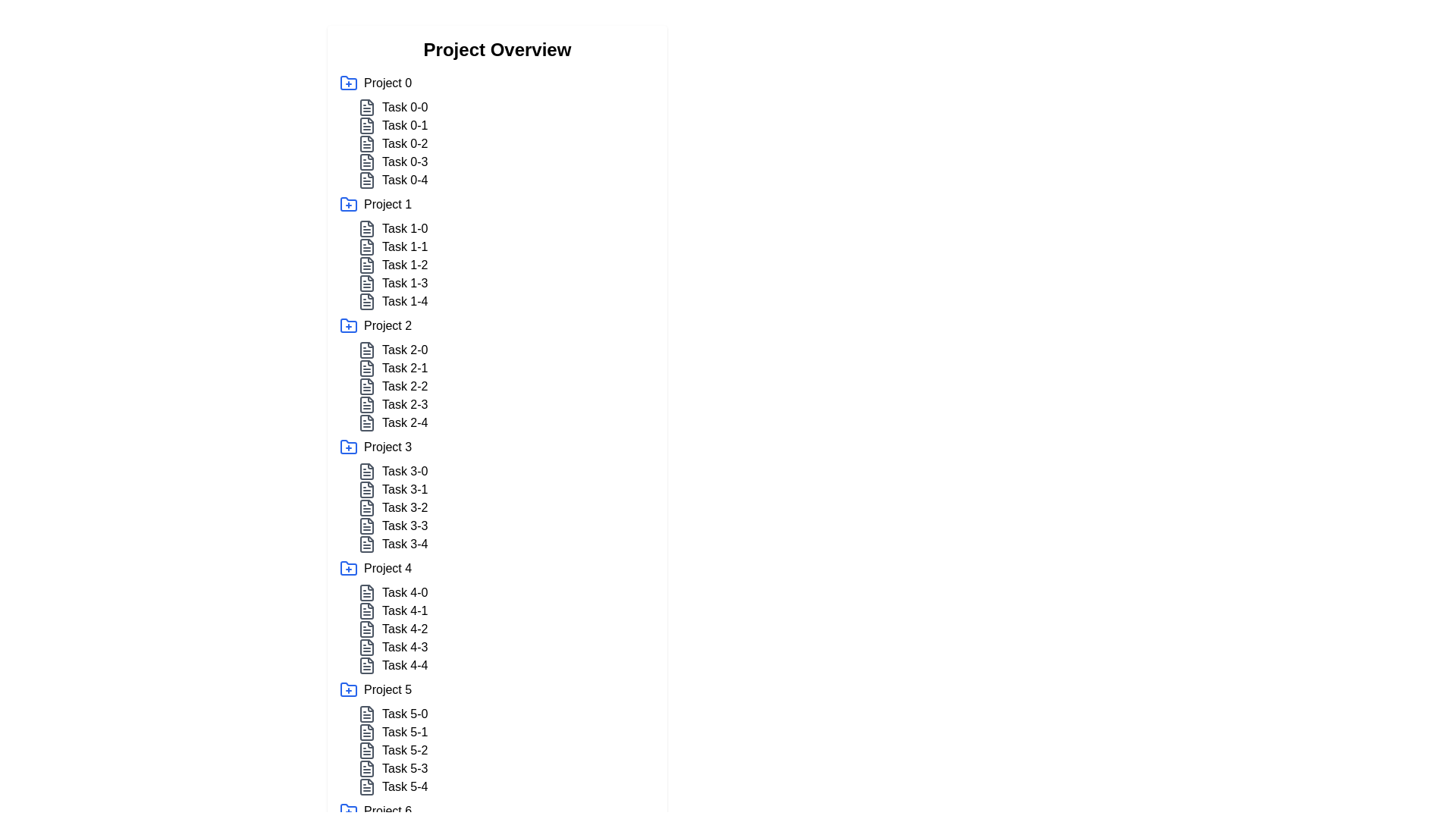 The width and height of the screenshot is (1456, 819). What do you see at coordinates (367, 629) in the screenshot?
I see `the gray document icon that represents 'Task 4-2' in the project list, which is located beside the task text within the SVG structure` at bounding box center [367, 629].